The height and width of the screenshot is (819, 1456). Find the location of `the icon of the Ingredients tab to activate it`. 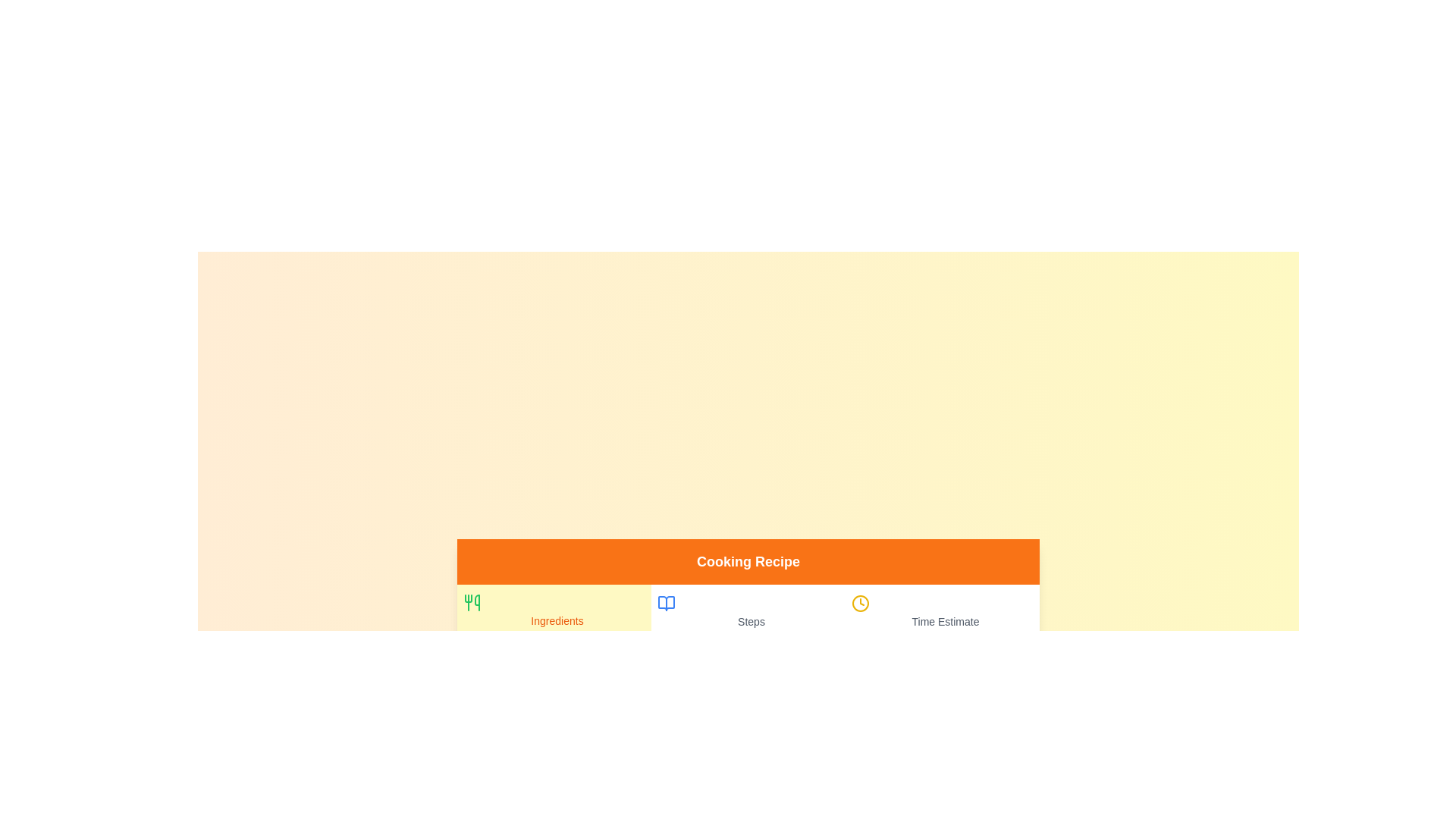

the icon of the Ingredients tab to activate it is located at coordinates (472, 601).